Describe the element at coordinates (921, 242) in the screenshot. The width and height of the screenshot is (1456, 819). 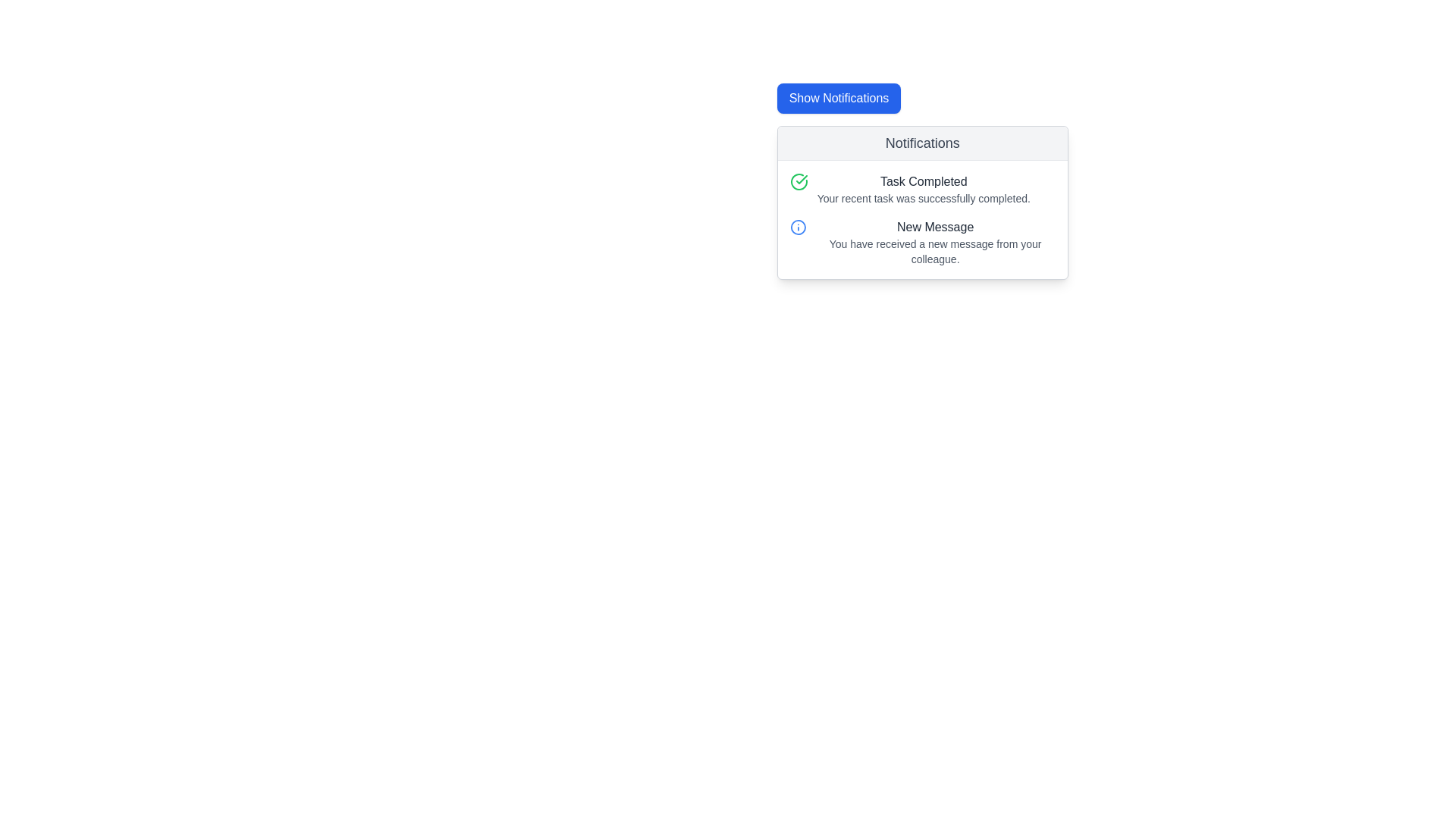
I see `the Notification card that indicates a new message received, located at the bottom row of the notification list` at that location.